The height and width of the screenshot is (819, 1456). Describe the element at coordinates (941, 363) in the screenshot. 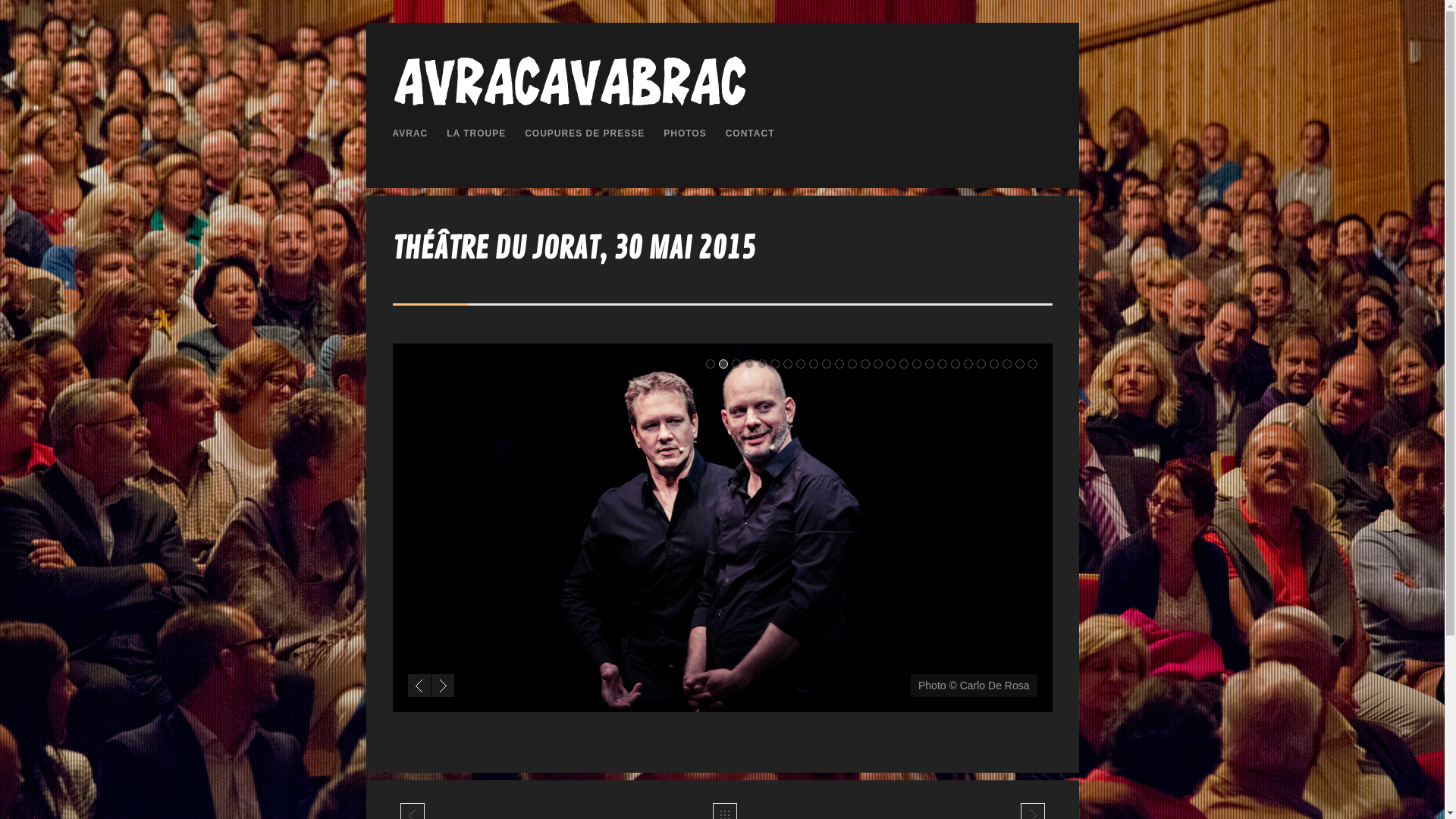

I see `'19'` at that location.